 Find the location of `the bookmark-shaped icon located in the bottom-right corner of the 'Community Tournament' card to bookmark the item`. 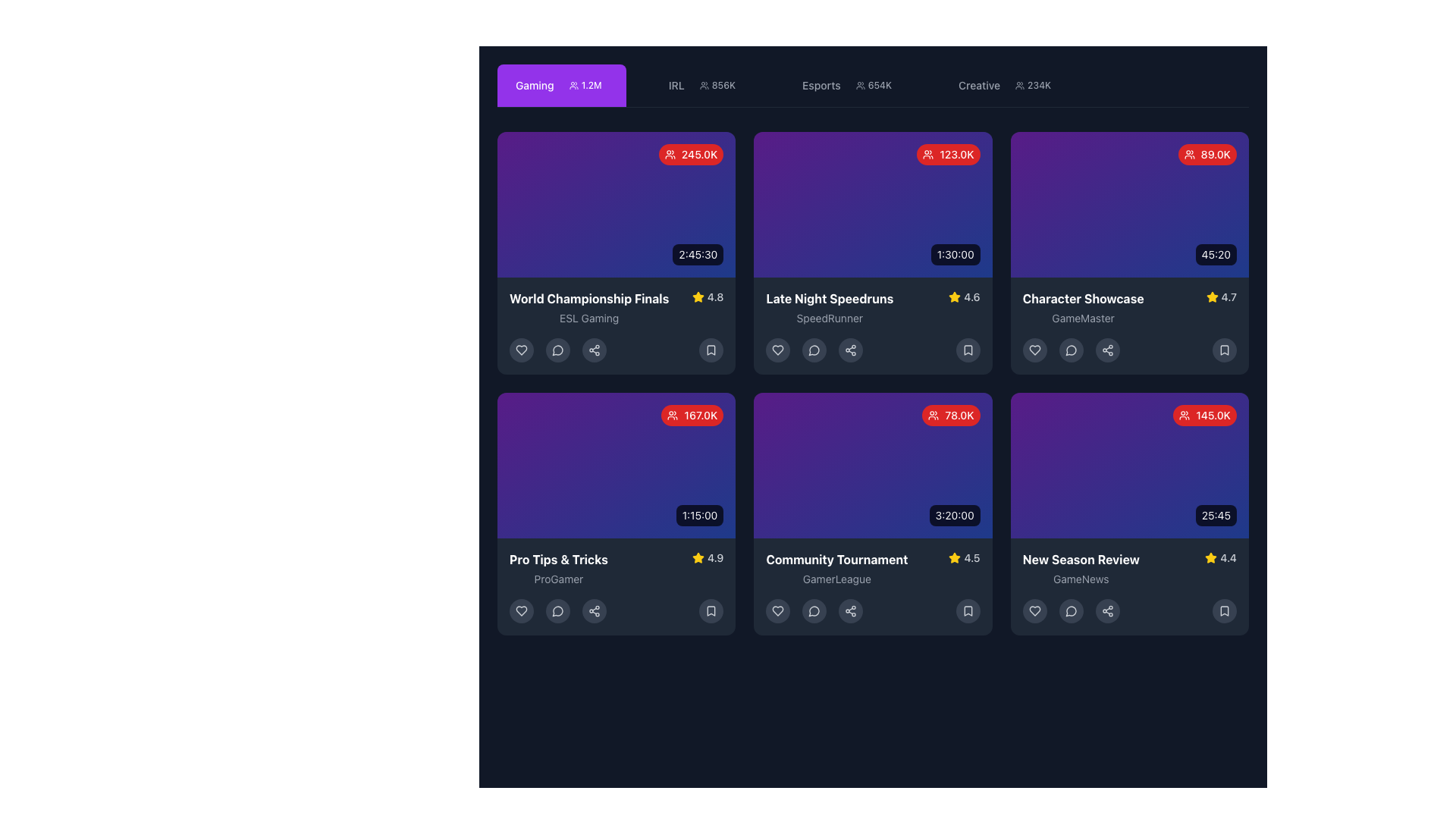

the bookmark-shaped icon located in the bottom-right corner of the 'Community Tournament' card to bookmark the item is located at coordinates (967, 610).